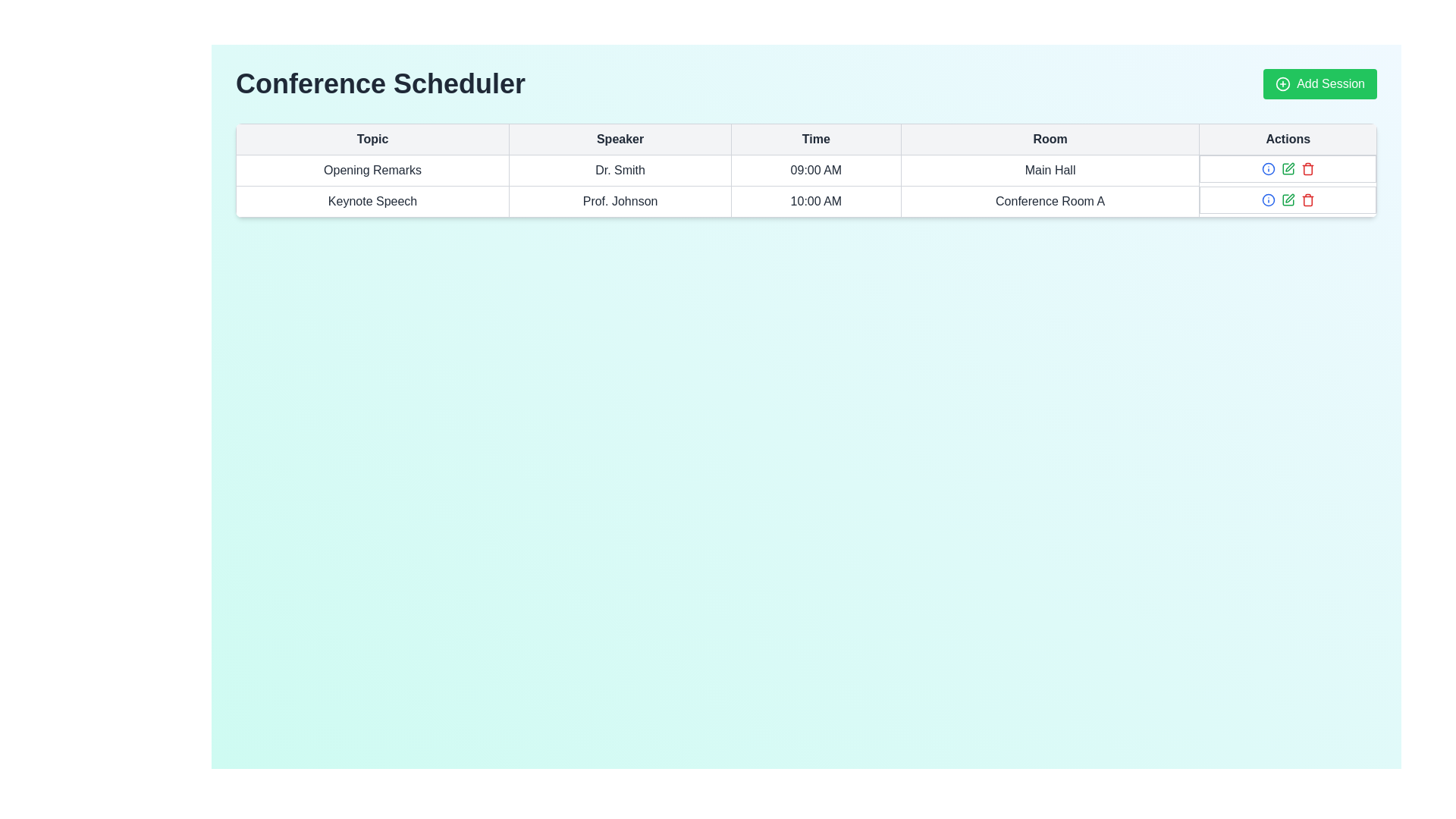 This screenshot has width=1456, height=819. What do you see at coordinates (1282, 84) in the screenshot?
I see `the circular green outlined icon with a plus symbol ('+') located to the left of the 'Add Session' button in the top-right corner of the interface` at bounding box center [1282, 84].